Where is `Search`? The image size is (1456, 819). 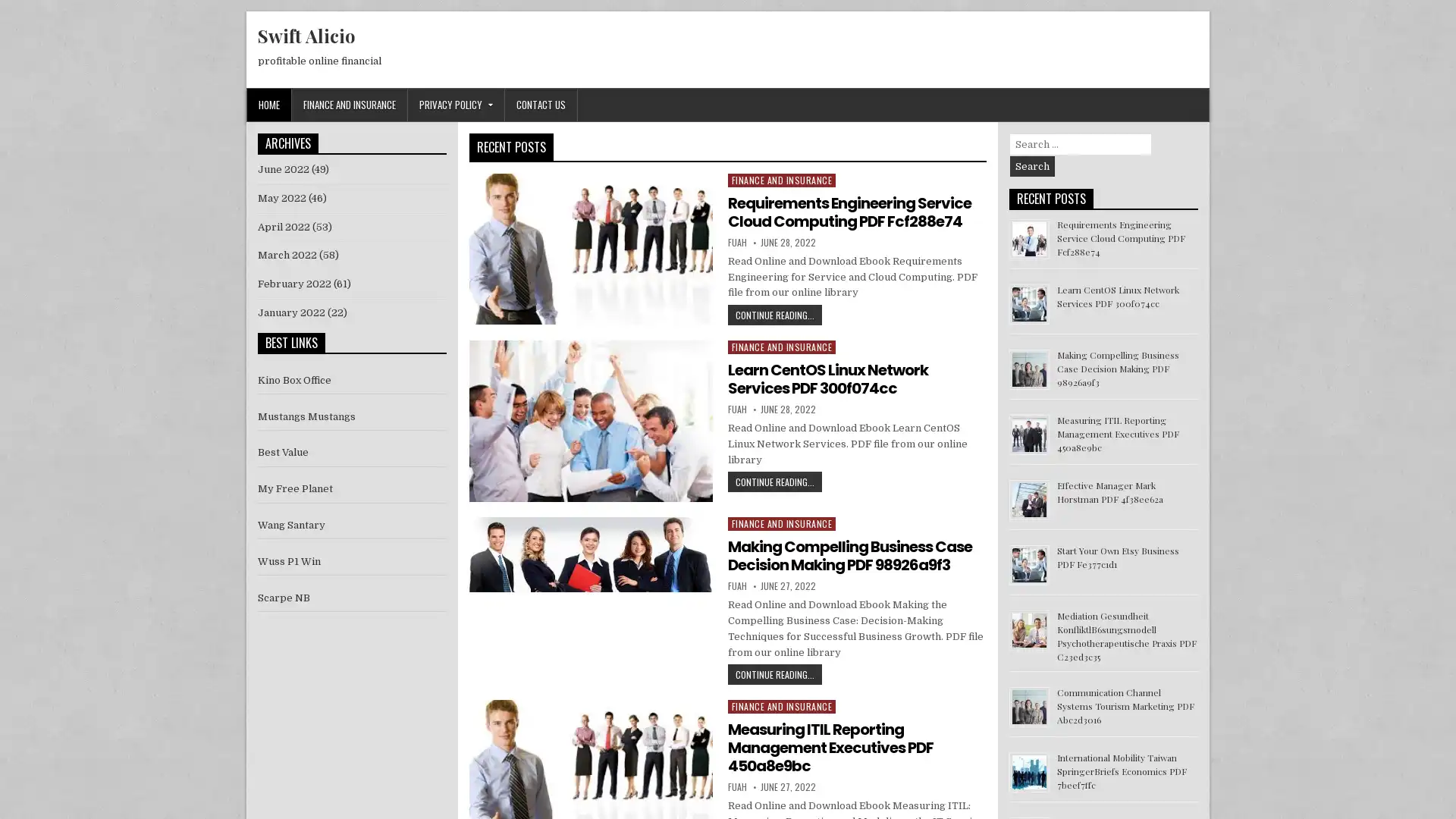
Search is located at coordinates (1031, 166).